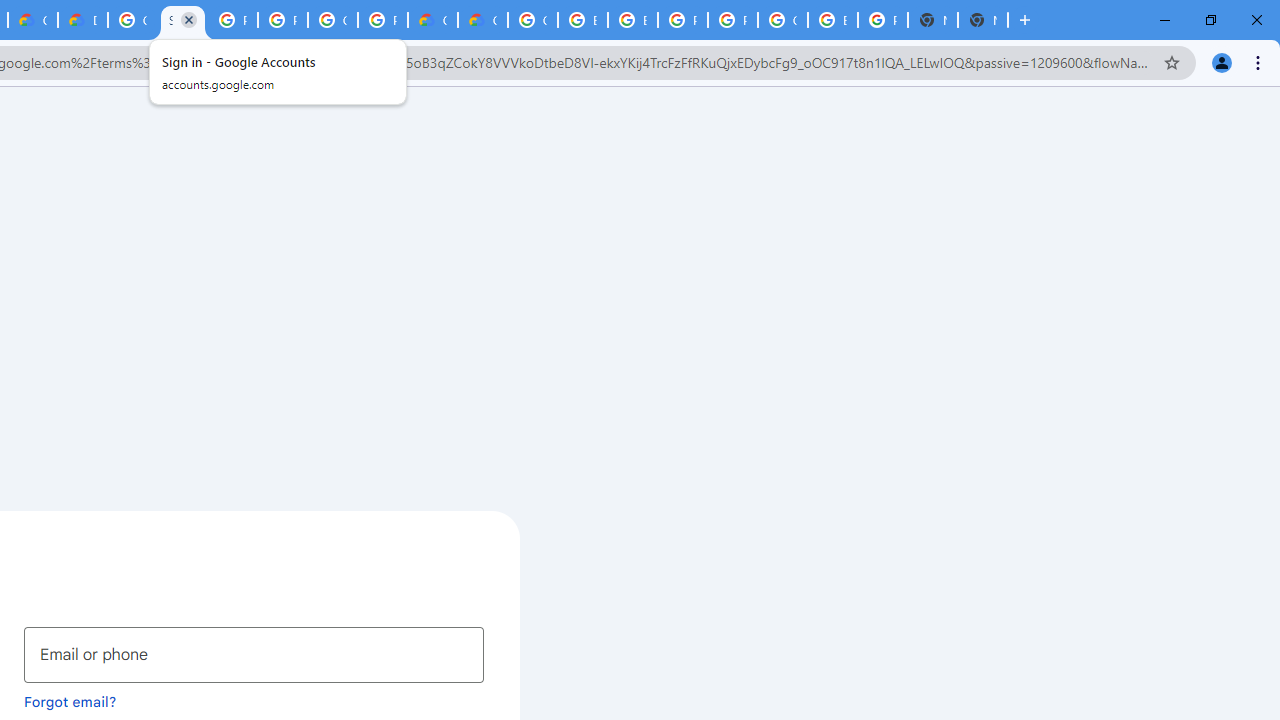 The width and height of the screenshot is (1280, 720). What do you see at coordinates (253, 654) in the screenshot?
I see `'Email or phone'` at bounding box center [253, 654].